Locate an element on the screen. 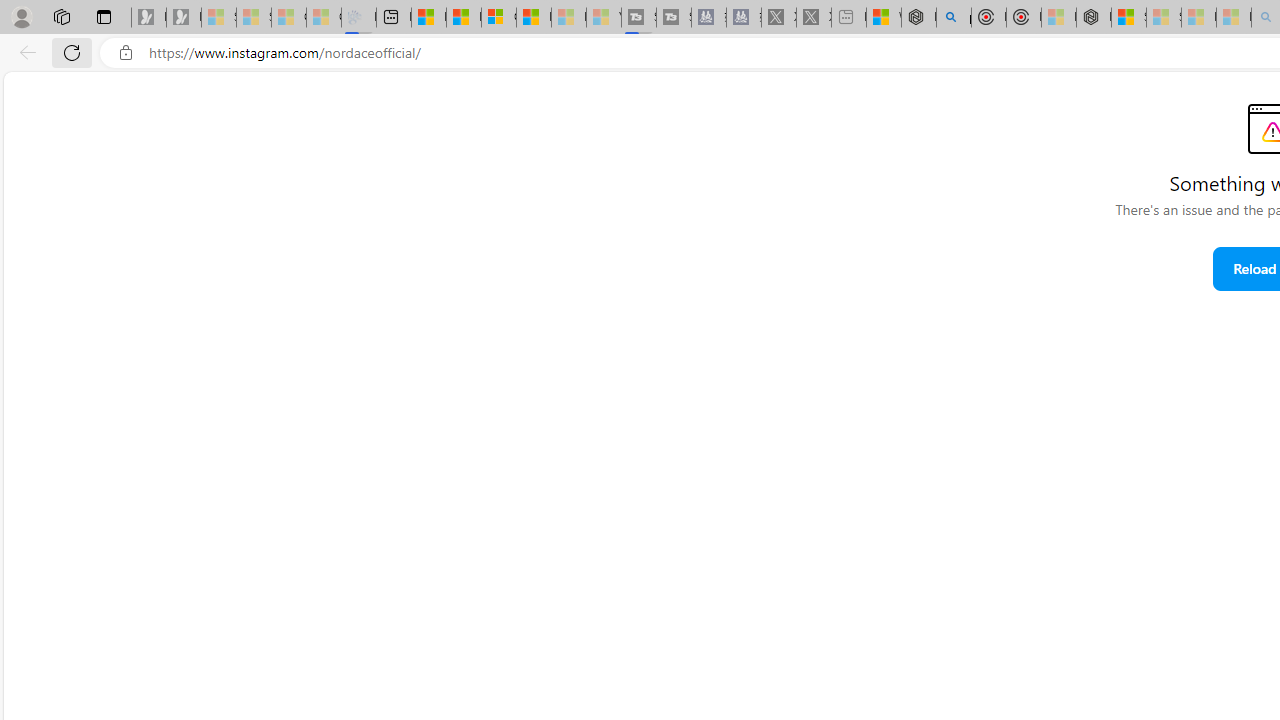  'Wildlife - MSN' is located at coordinates (882, 17).